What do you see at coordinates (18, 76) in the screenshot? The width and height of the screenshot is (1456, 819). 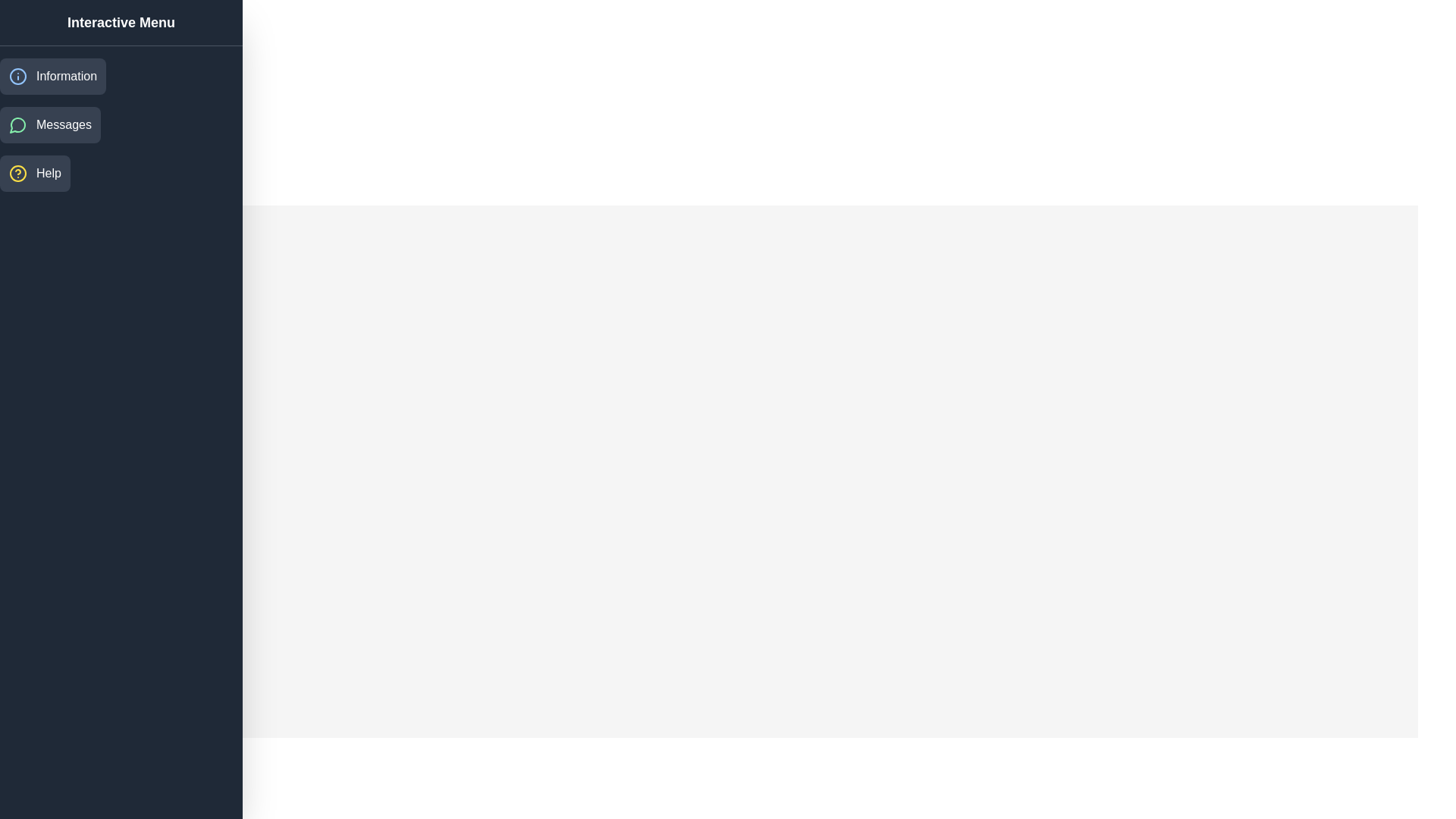 I see `the decorative circle element inside the 'Information' button located on the left side of the interface` at bounding box center [18, 76].